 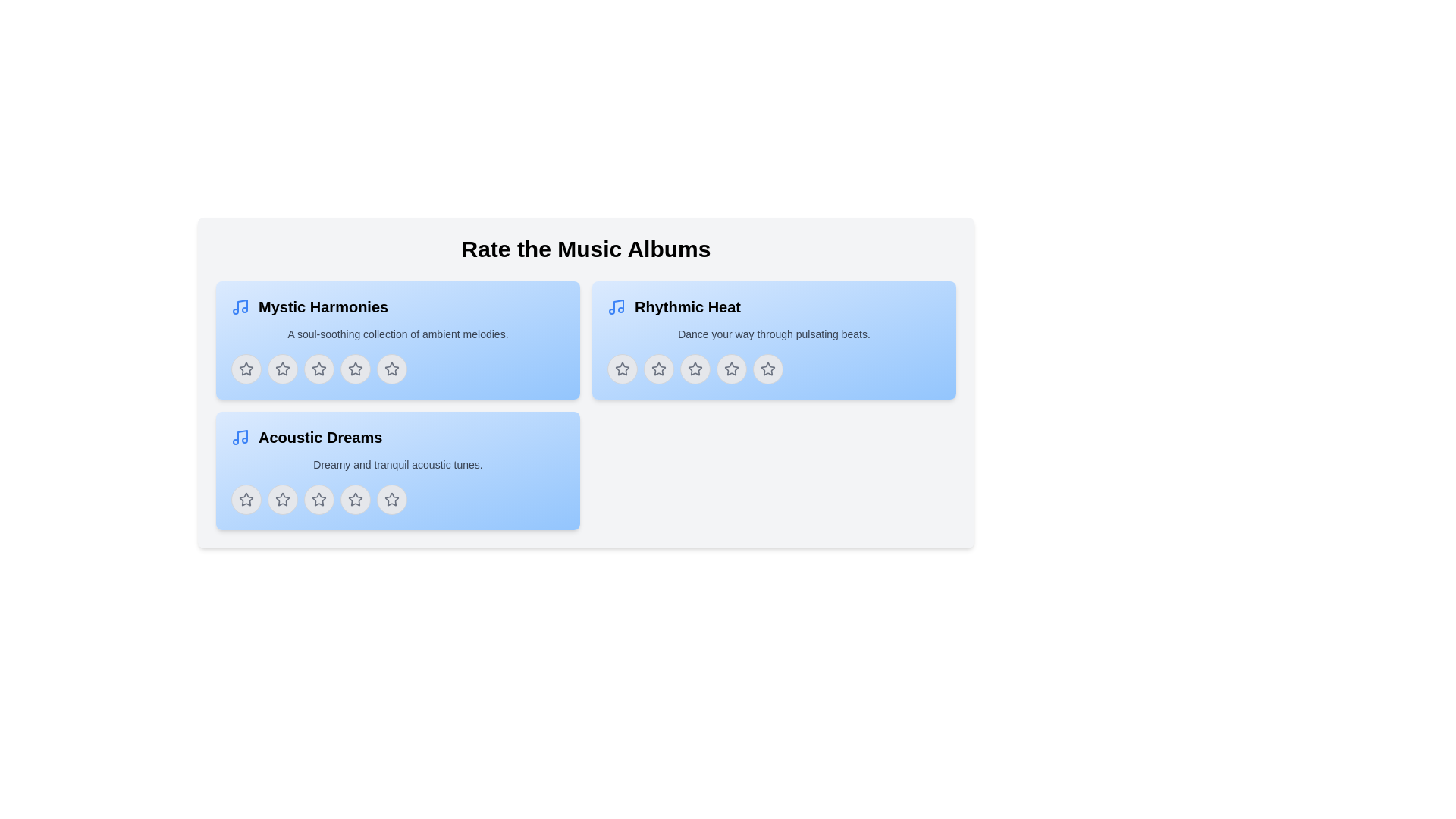 I want to click on the first star icon to assign a single-star rating for the 'Acoustic Dreams' music album, so click(x=283, y=500).